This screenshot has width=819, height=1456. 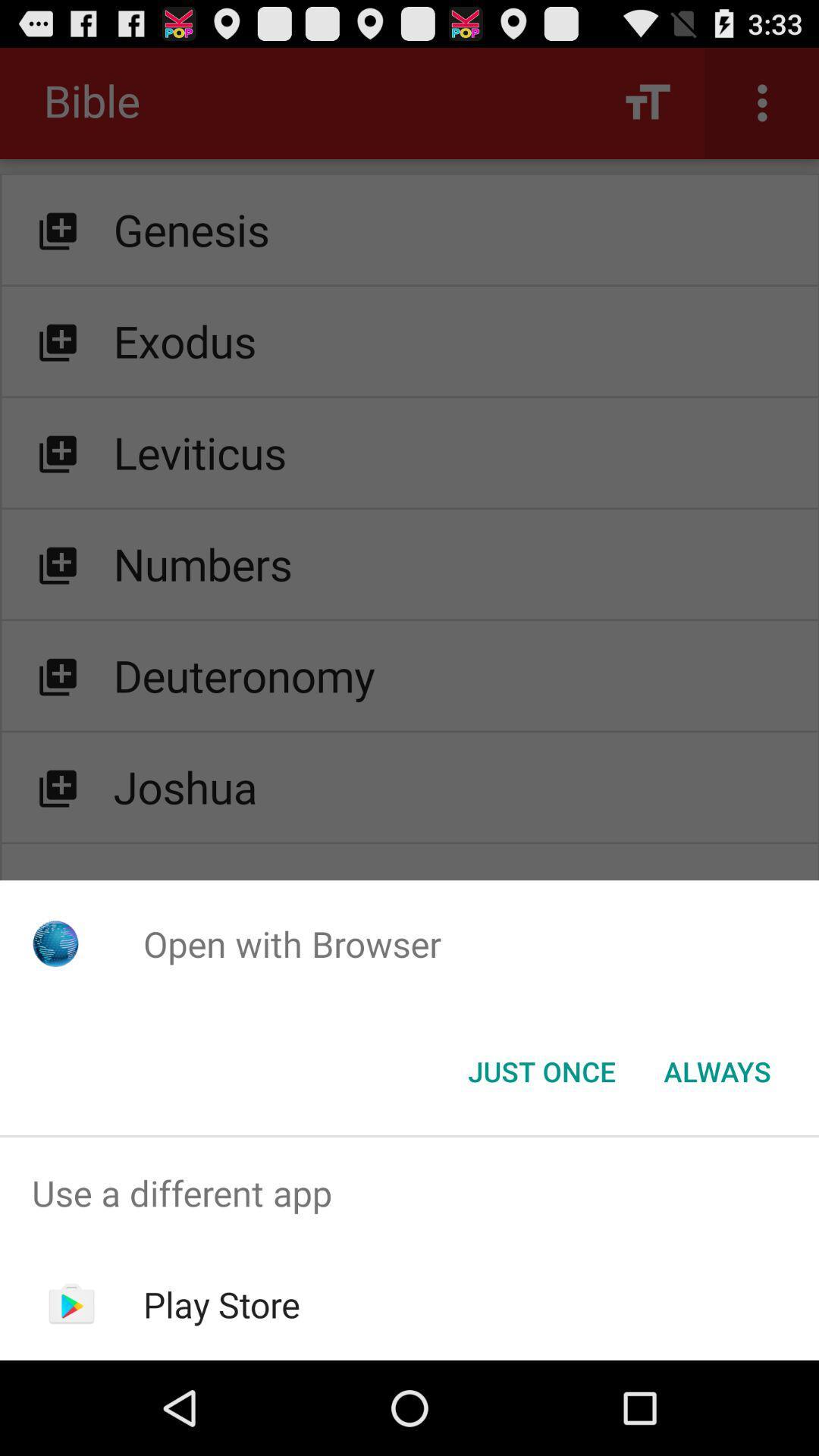 What do you see at coordinates (541, 1070) in the screenshot?
I see `the just once` at bounding box center [541, 1070].